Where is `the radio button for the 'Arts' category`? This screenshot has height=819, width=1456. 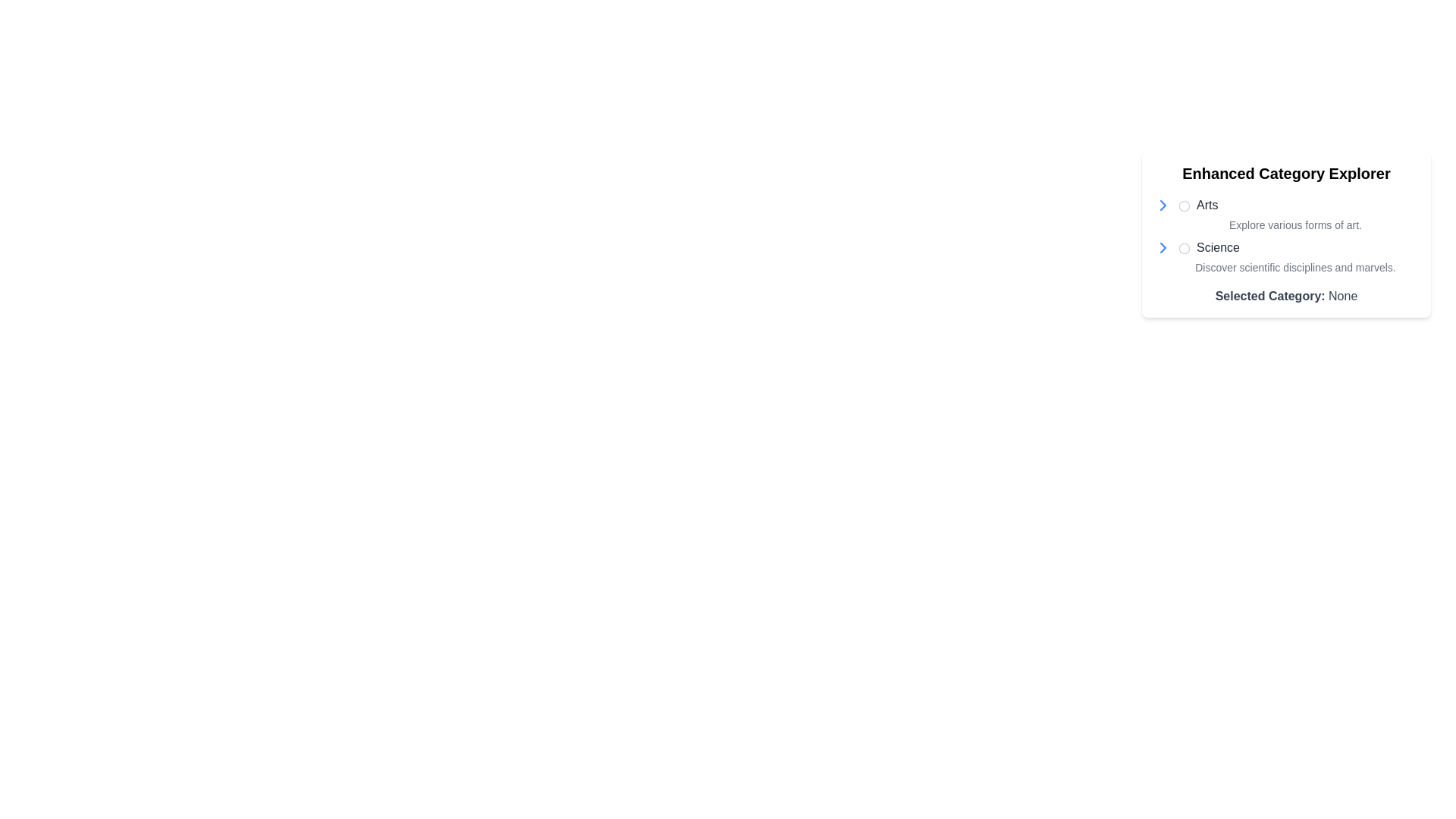 the radio button for the 'Arts' category is located at coordinates (1183, 205).